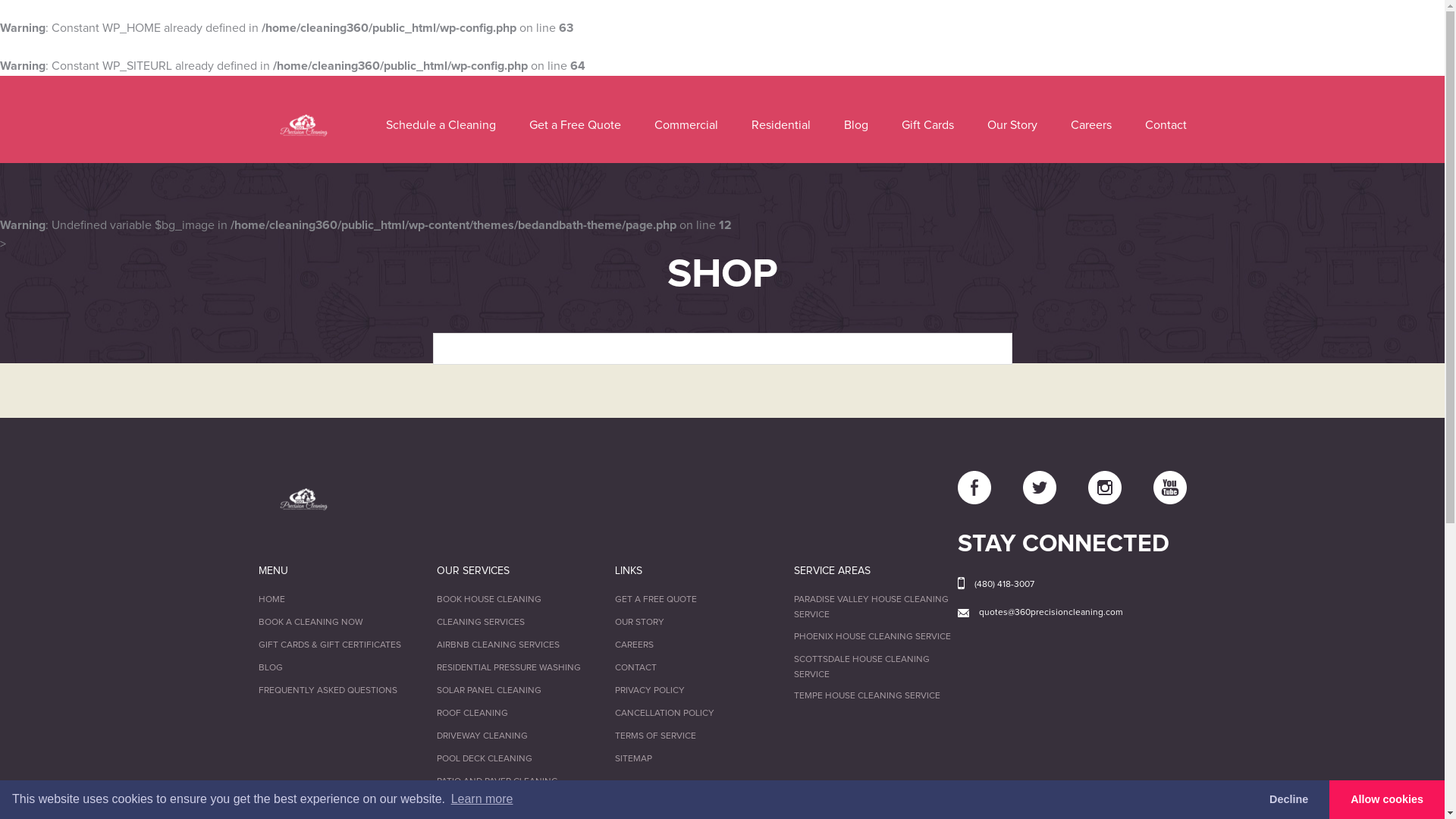 The image size is (1456, 819). What do you see at coordinates (871, 607) in the screenshot?
I see `'PARADISE VALLEY HOUSE CLEANING SERVICE'` at bounding box center [871, 607].